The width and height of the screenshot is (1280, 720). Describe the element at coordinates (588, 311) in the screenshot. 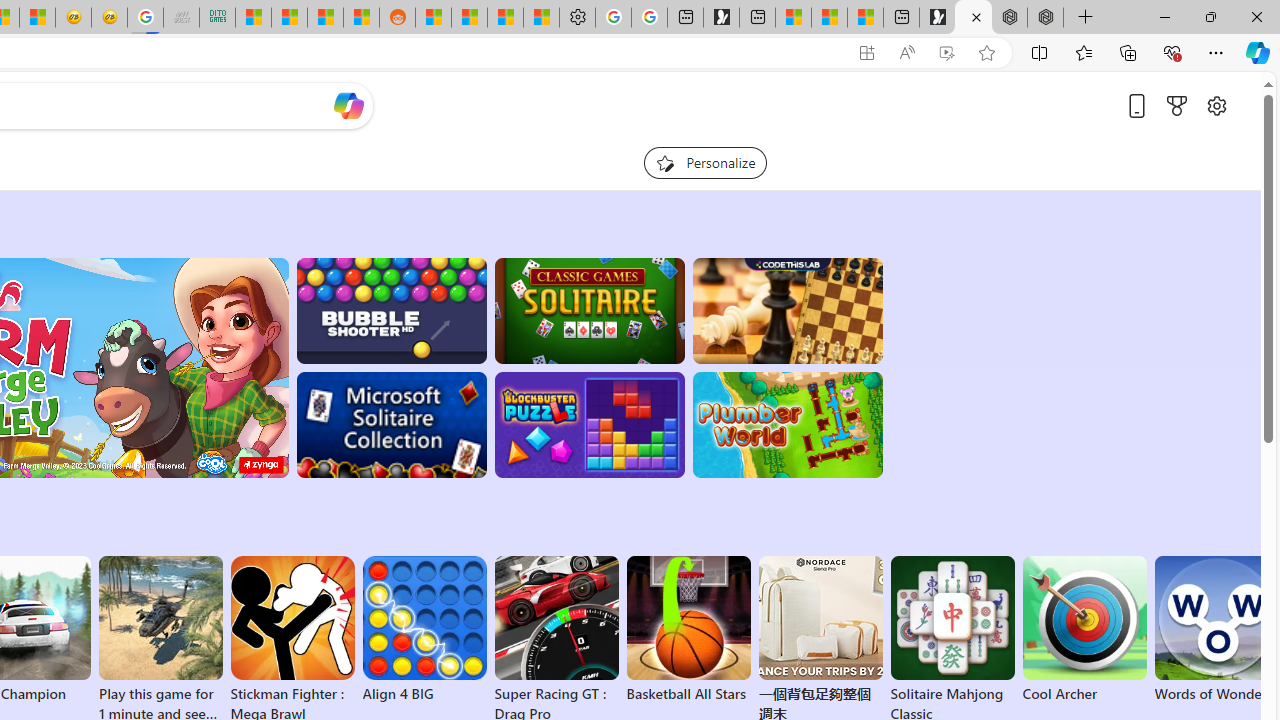

I see `'Classic Solitaire'` at that location.